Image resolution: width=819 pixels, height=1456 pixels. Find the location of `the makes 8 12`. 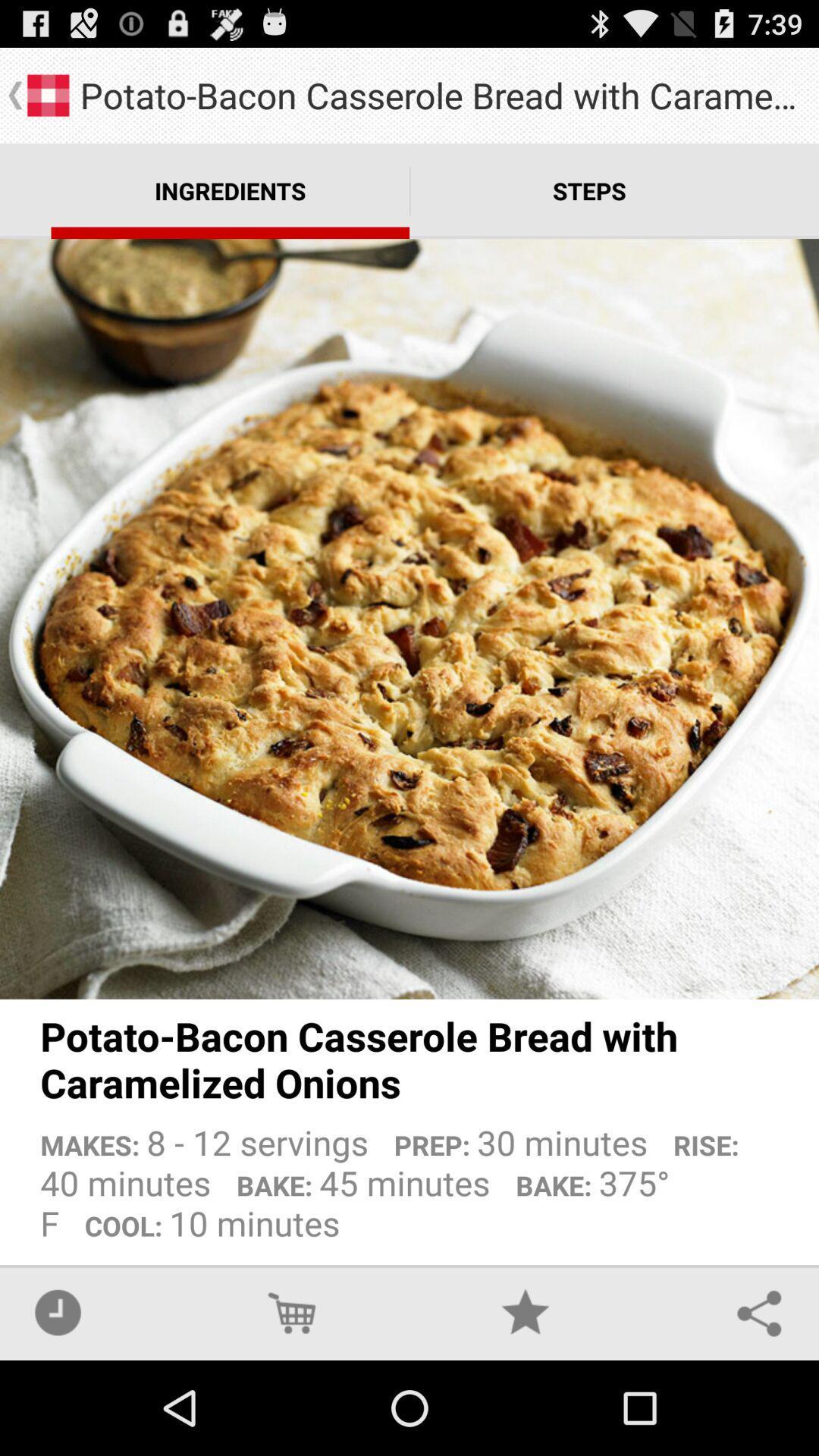

the makes 8 12 is located at coordinates (409, 1176).